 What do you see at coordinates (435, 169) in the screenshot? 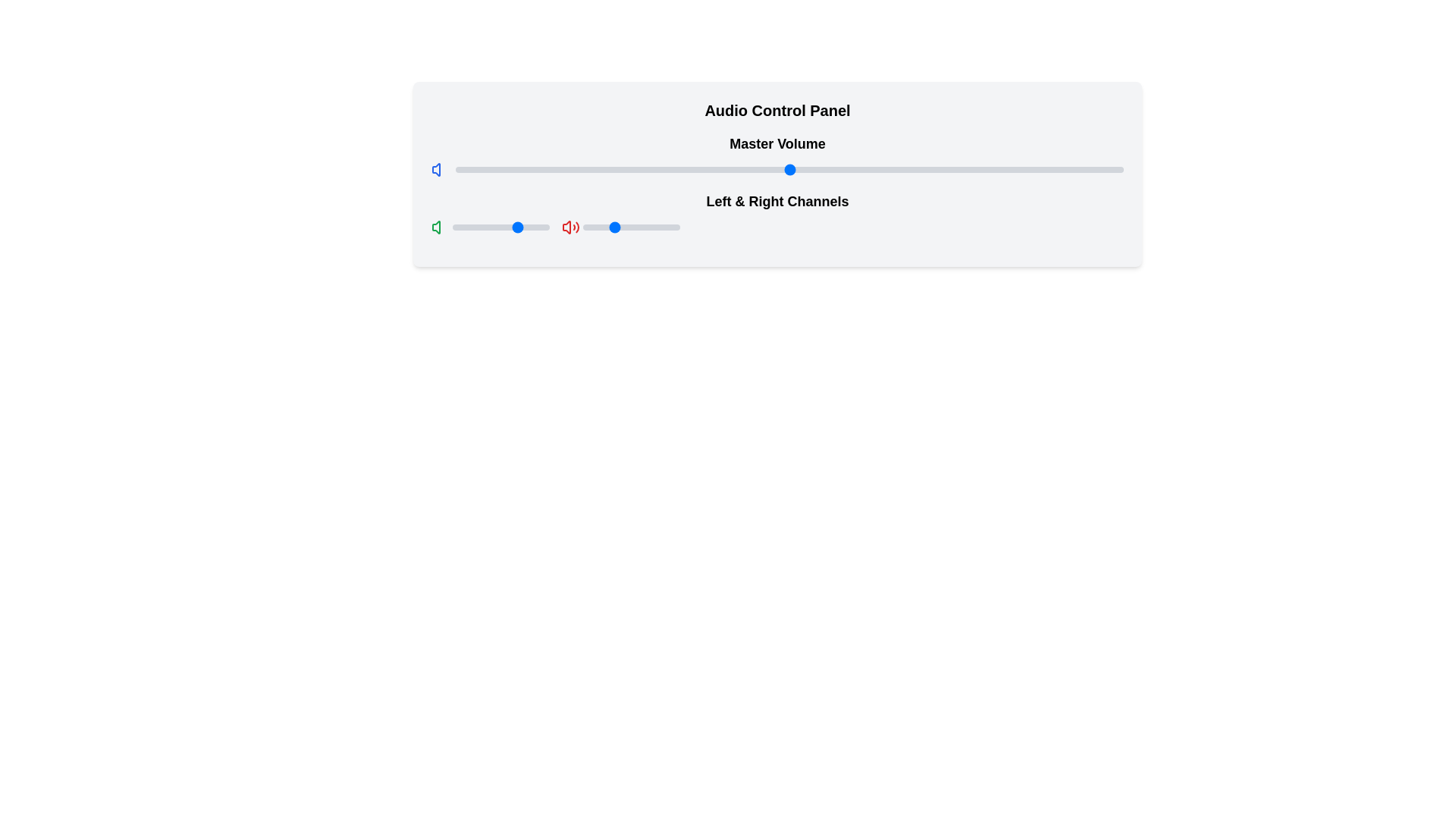
I see `the speaker icon in the audio control panel, which is the second icon in the row below the 'Left & Right Channels' label, to interact with it` at bounding box center [435, 169].